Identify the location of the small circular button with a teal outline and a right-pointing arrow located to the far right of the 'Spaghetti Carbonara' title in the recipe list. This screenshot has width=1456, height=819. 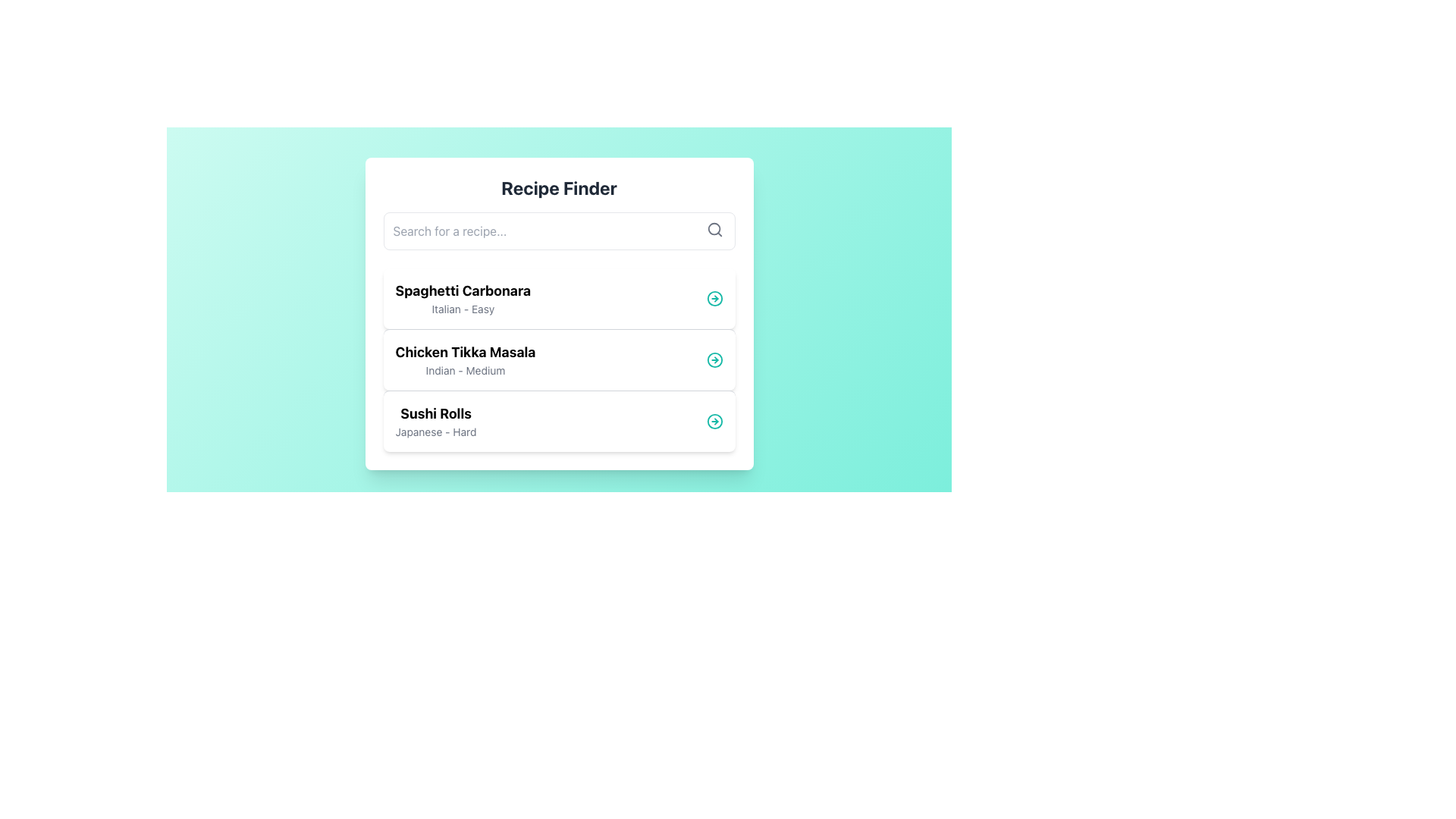
(714, 298).